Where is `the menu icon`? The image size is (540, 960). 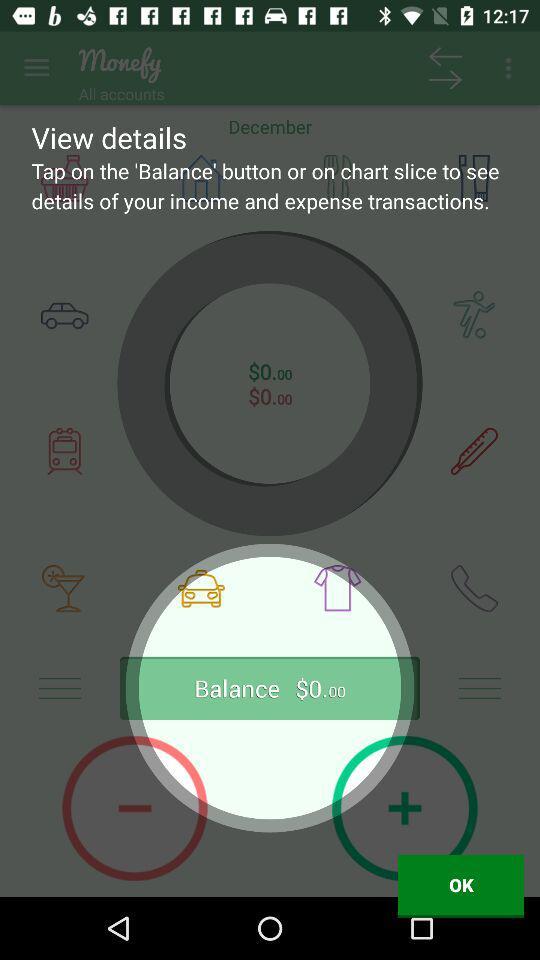 the menu icon is located at coordinates (59, 688).